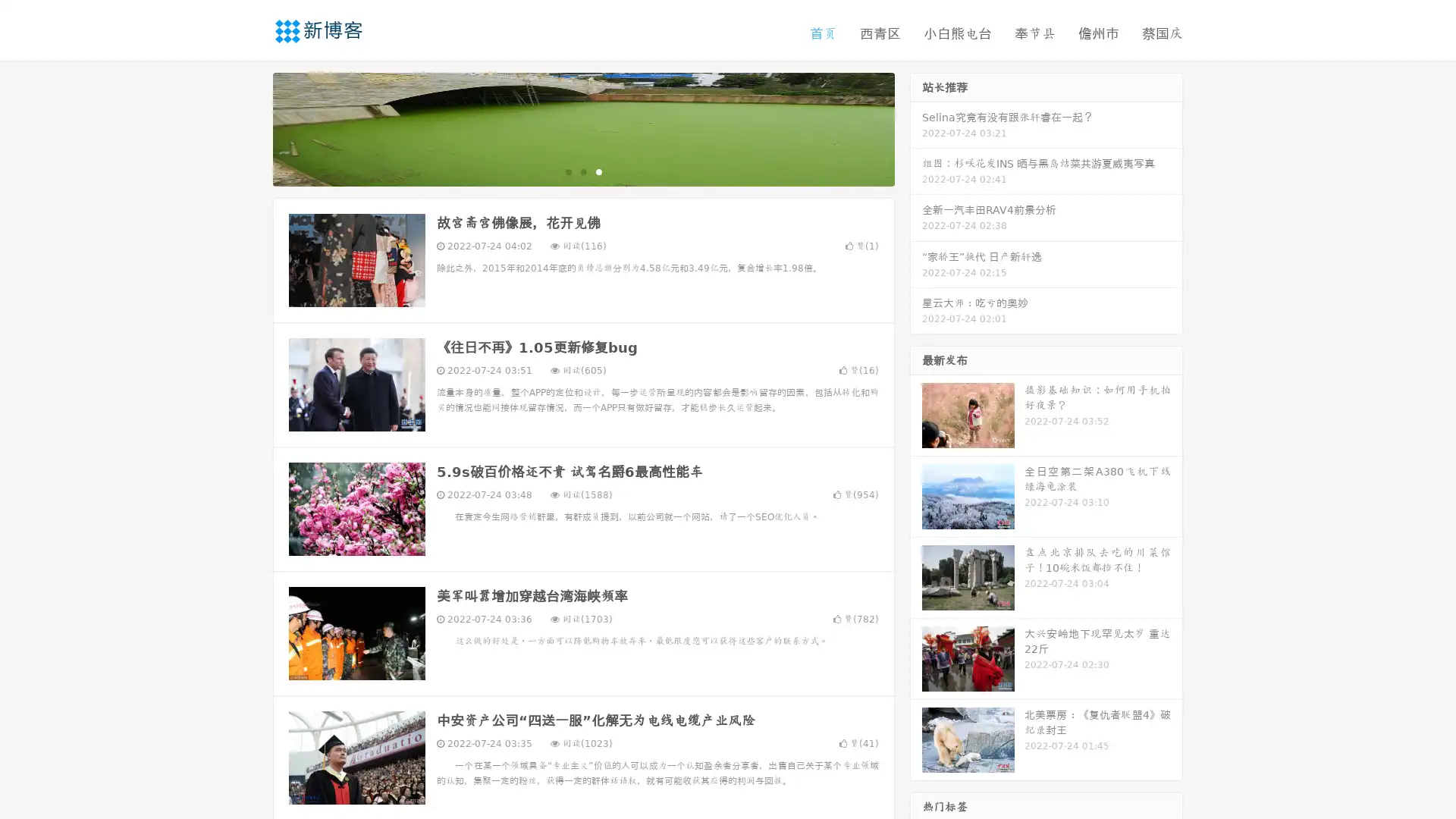  I want to click on Previous slide, so click(250, 127).